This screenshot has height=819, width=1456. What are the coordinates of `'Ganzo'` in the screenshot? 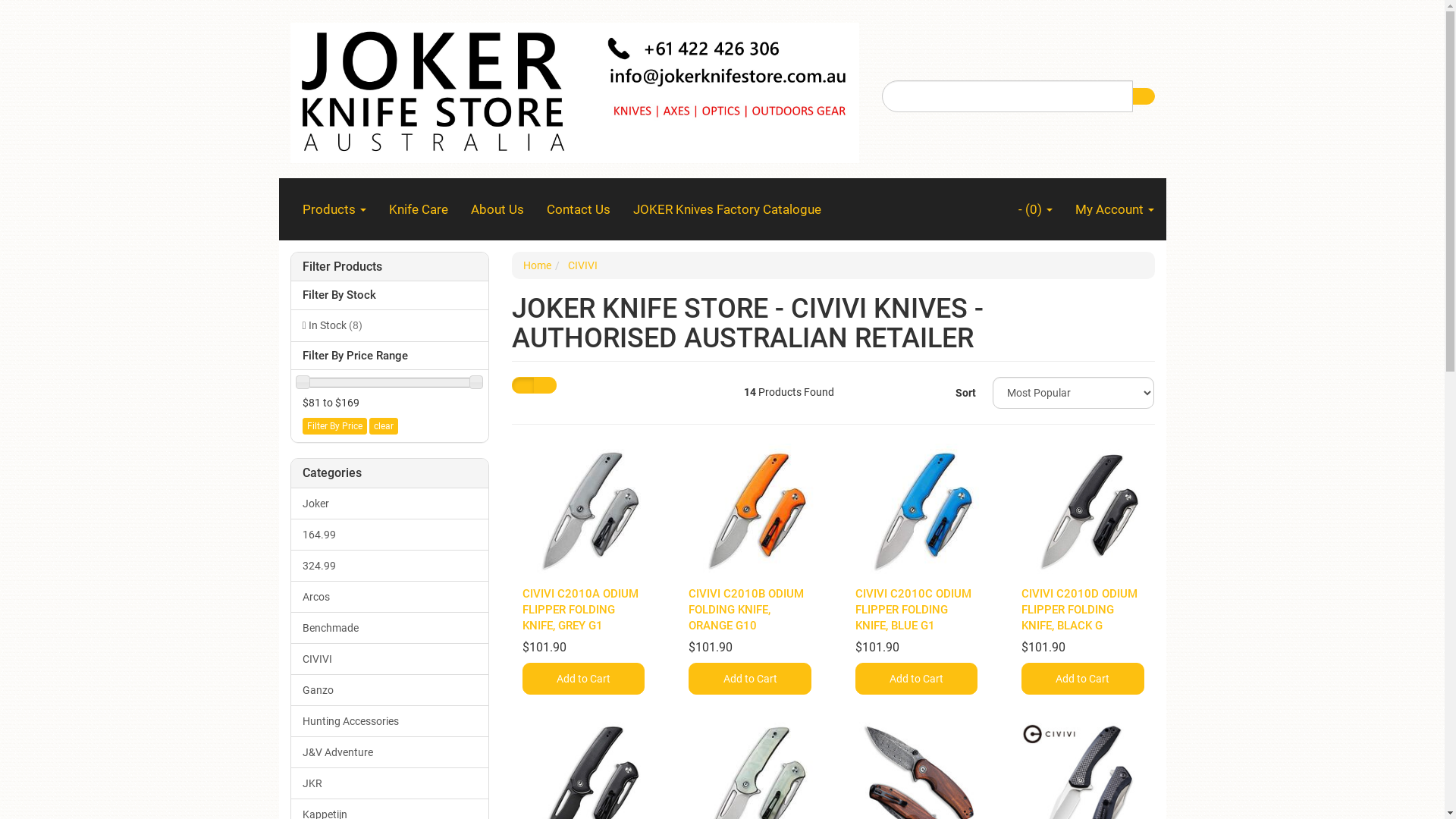 It's located at (291, 690).